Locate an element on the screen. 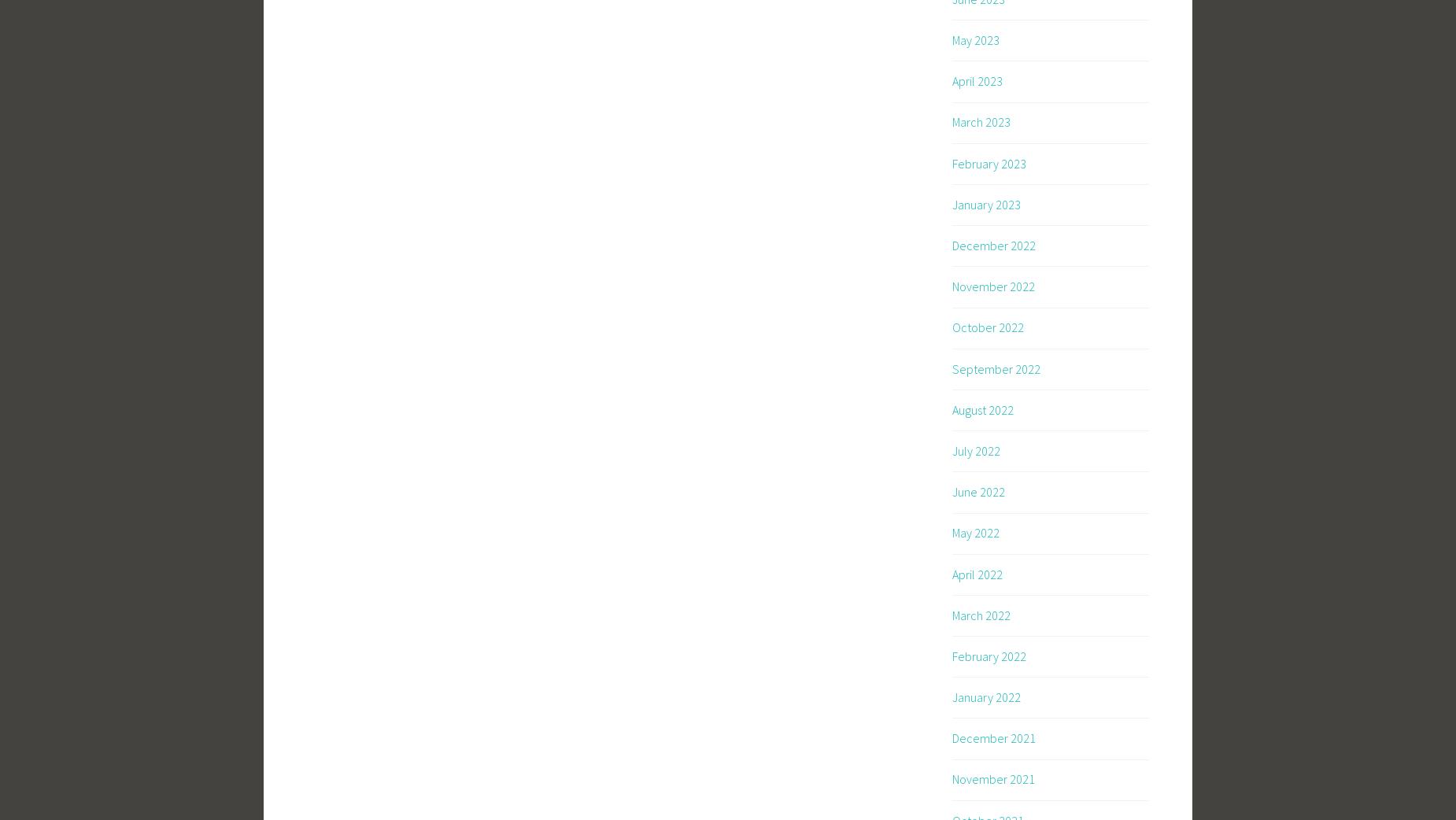 The height and width of the screenshot is (820, 1456). 'January 2022' is located at coordinates (985, 696).